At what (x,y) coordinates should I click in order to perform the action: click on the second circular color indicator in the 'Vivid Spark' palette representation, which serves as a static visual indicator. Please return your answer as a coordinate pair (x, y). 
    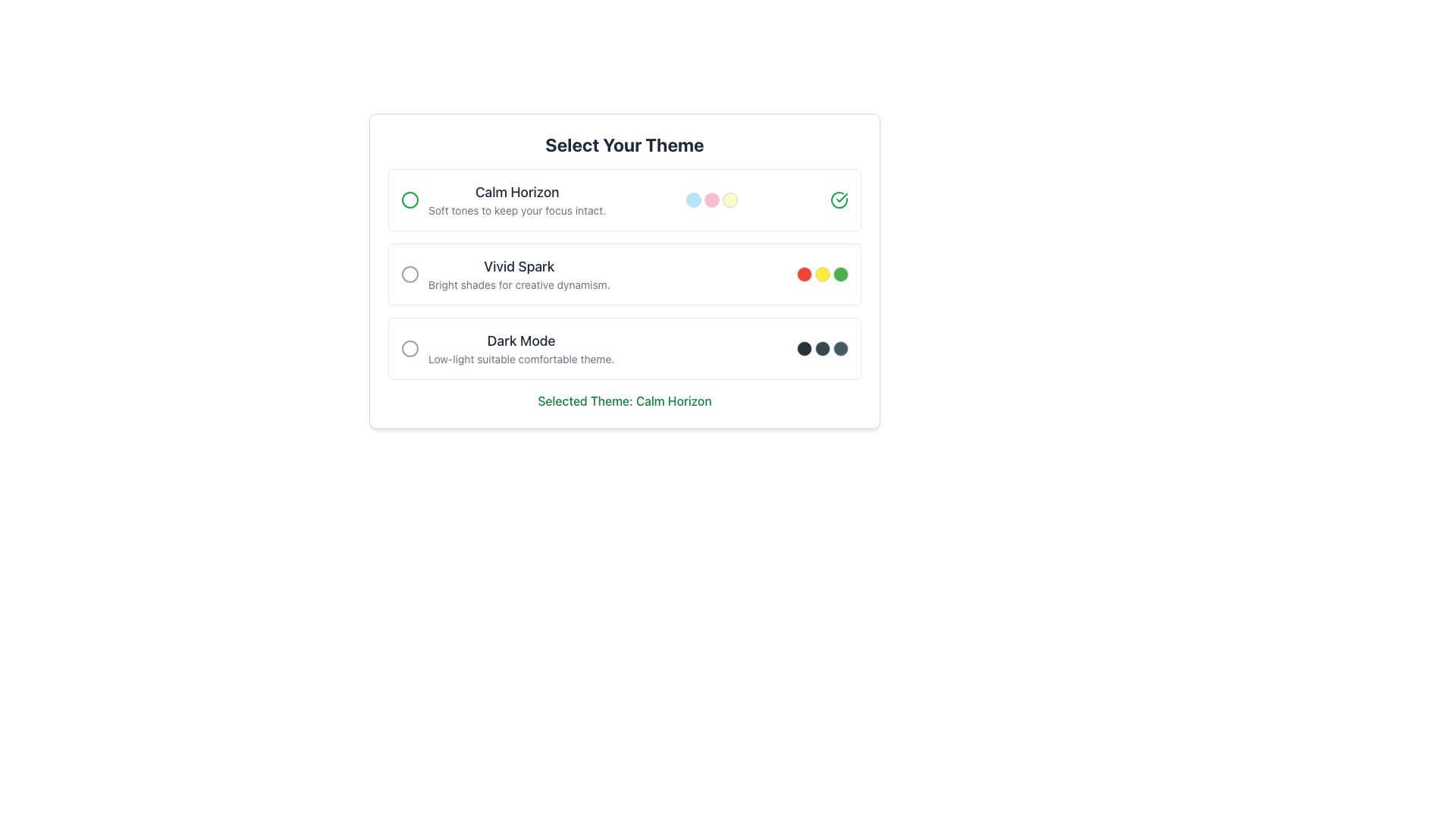
    Looking at the image, I should click on (821, 275).